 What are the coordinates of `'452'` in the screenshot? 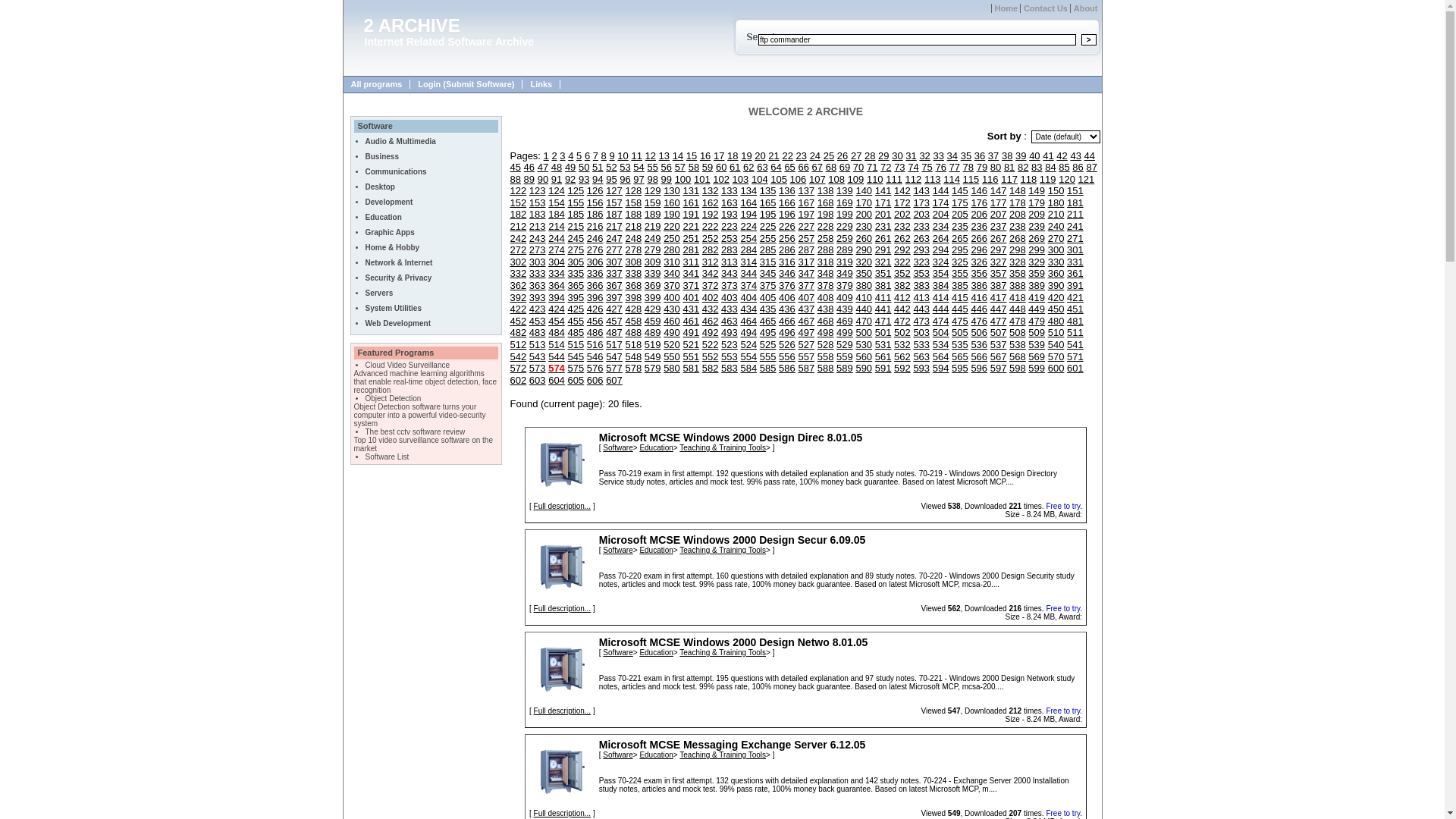 It's located at (517, 320).